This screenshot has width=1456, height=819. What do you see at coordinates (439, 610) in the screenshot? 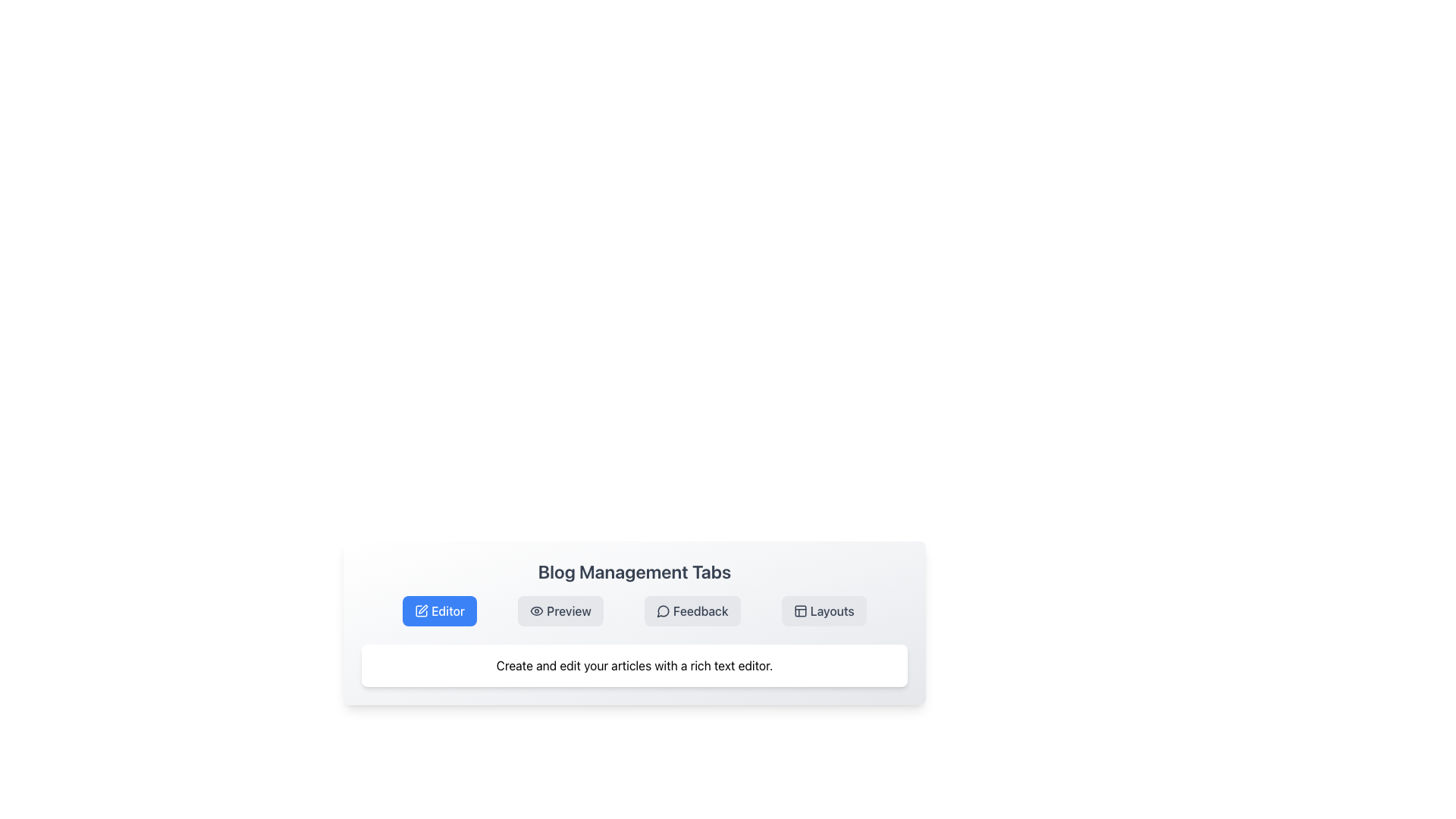
I see `the 'Editor' button, which is styled with a blue background and white text, located in the 'Blog Management Tabs' section as the first button in a horizontally aligned group` at bounding box center [439, 610].